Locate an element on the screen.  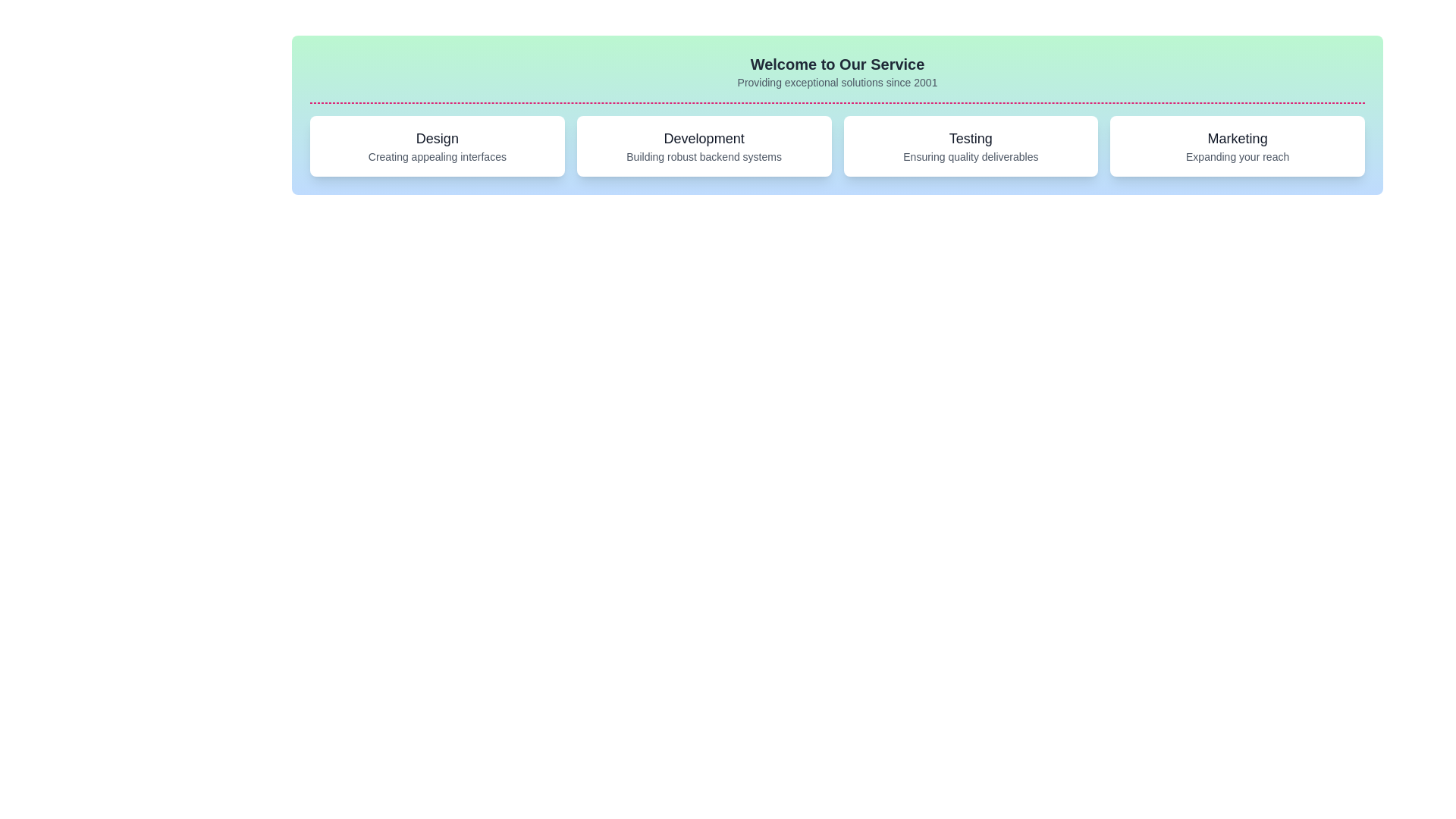
the text label that provides additional information below the heading 'Welcome to Our Service' is located at coordinates (836, 82).